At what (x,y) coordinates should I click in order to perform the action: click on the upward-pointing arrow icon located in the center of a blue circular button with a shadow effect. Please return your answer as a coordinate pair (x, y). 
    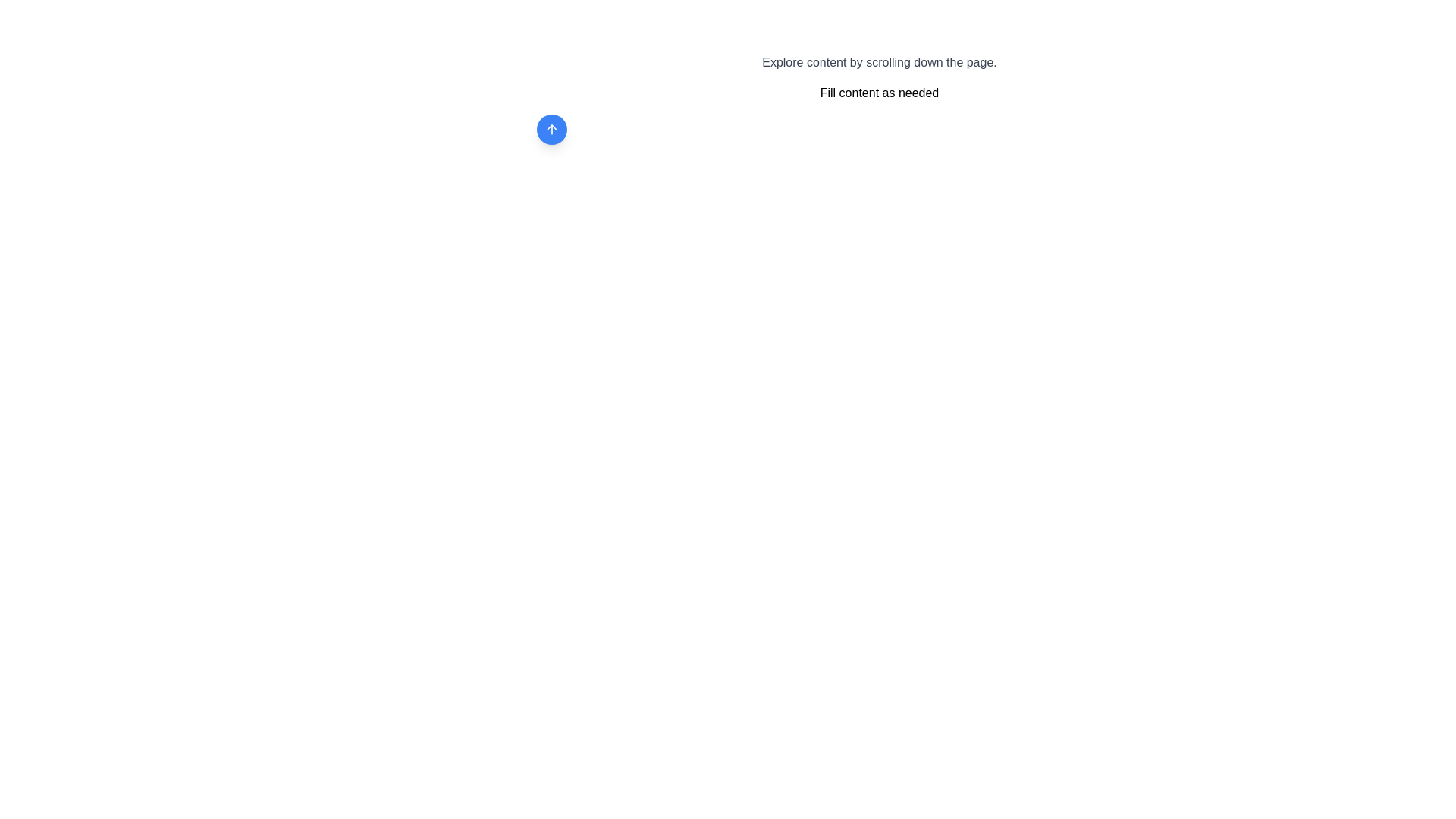
    Looking at the image, I should click on (551, 128).